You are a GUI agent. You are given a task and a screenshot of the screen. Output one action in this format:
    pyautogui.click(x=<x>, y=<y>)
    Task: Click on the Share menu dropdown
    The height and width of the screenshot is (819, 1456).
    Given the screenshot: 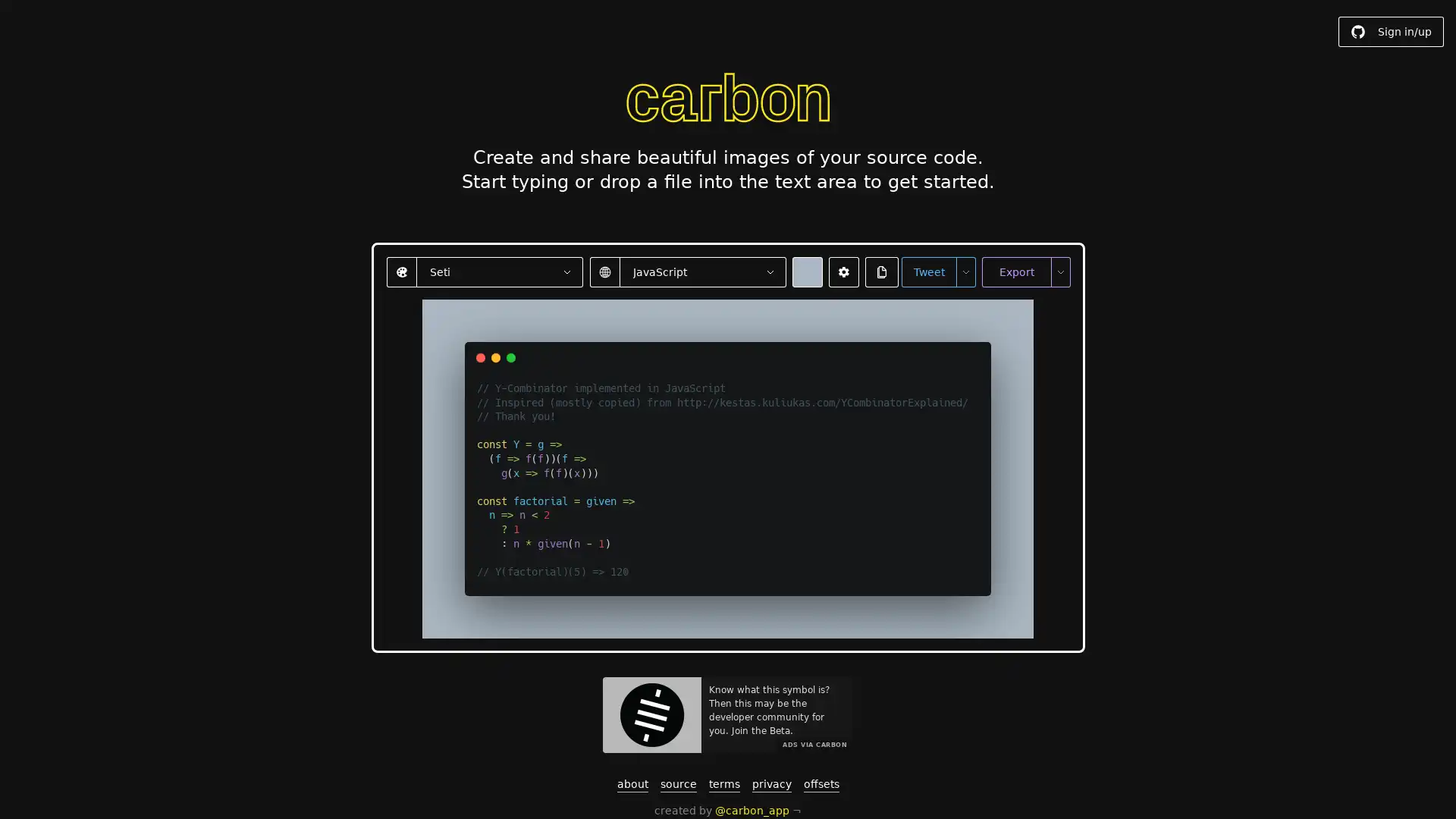 What is the action you would take?
    pyautogui.click(x=964, y=271)
    